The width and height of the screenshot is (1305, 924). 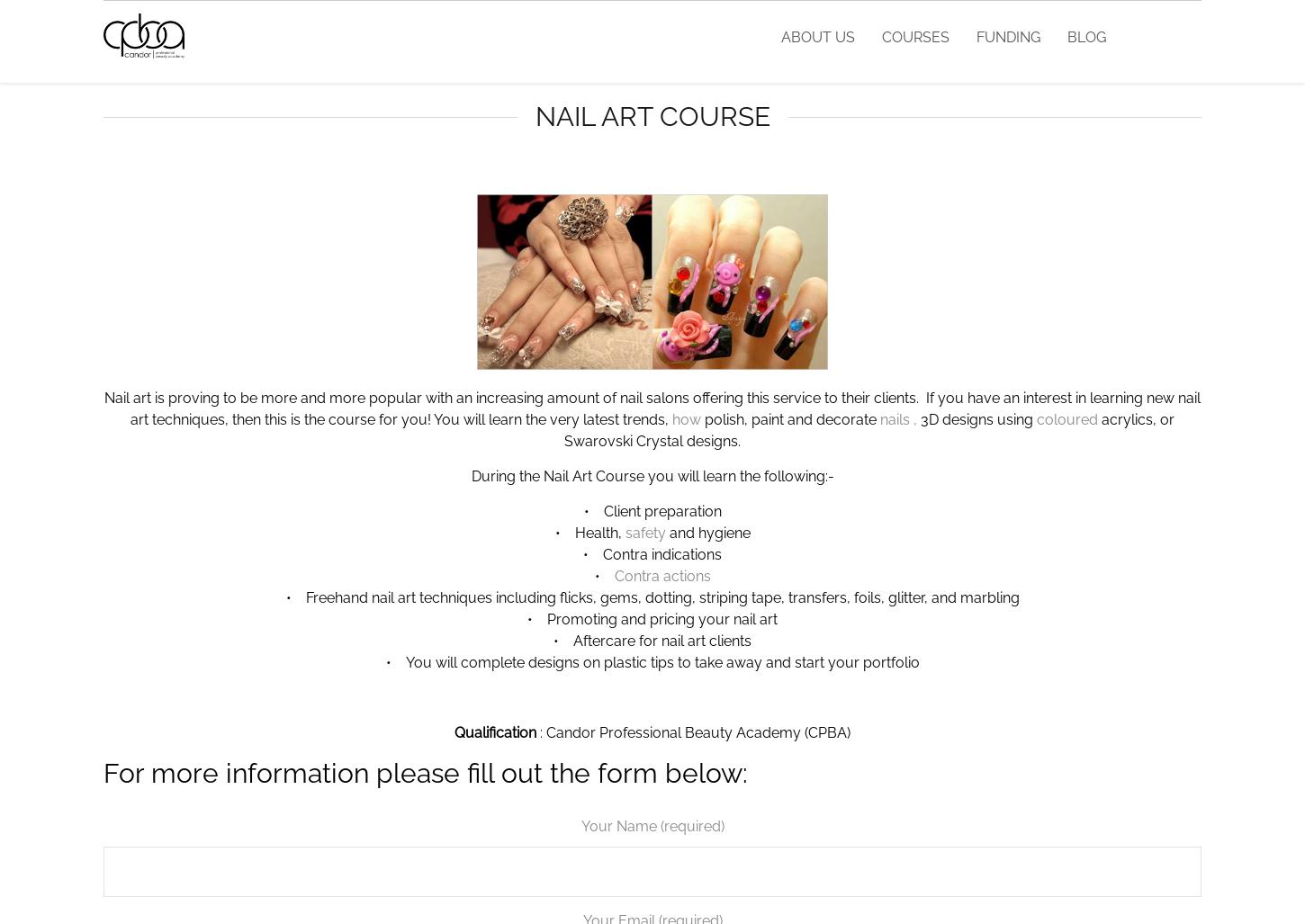 What do you see at coordinates (103, 772) in the screenshot?
I see `'For more information please fill out the form below:'` at bounding box center [103, 772].